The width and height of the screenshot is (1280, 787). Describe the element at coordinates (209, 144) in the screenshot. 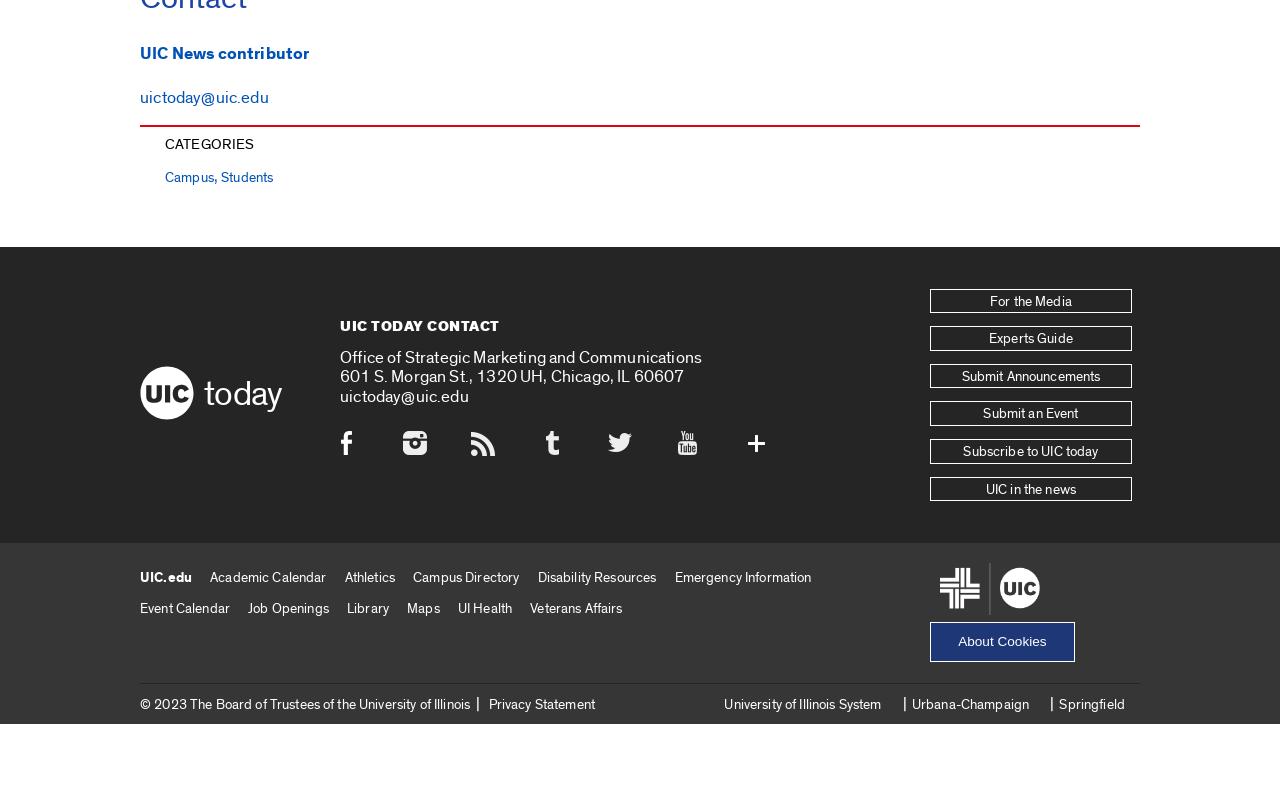

I see `'Categories'` at that location.